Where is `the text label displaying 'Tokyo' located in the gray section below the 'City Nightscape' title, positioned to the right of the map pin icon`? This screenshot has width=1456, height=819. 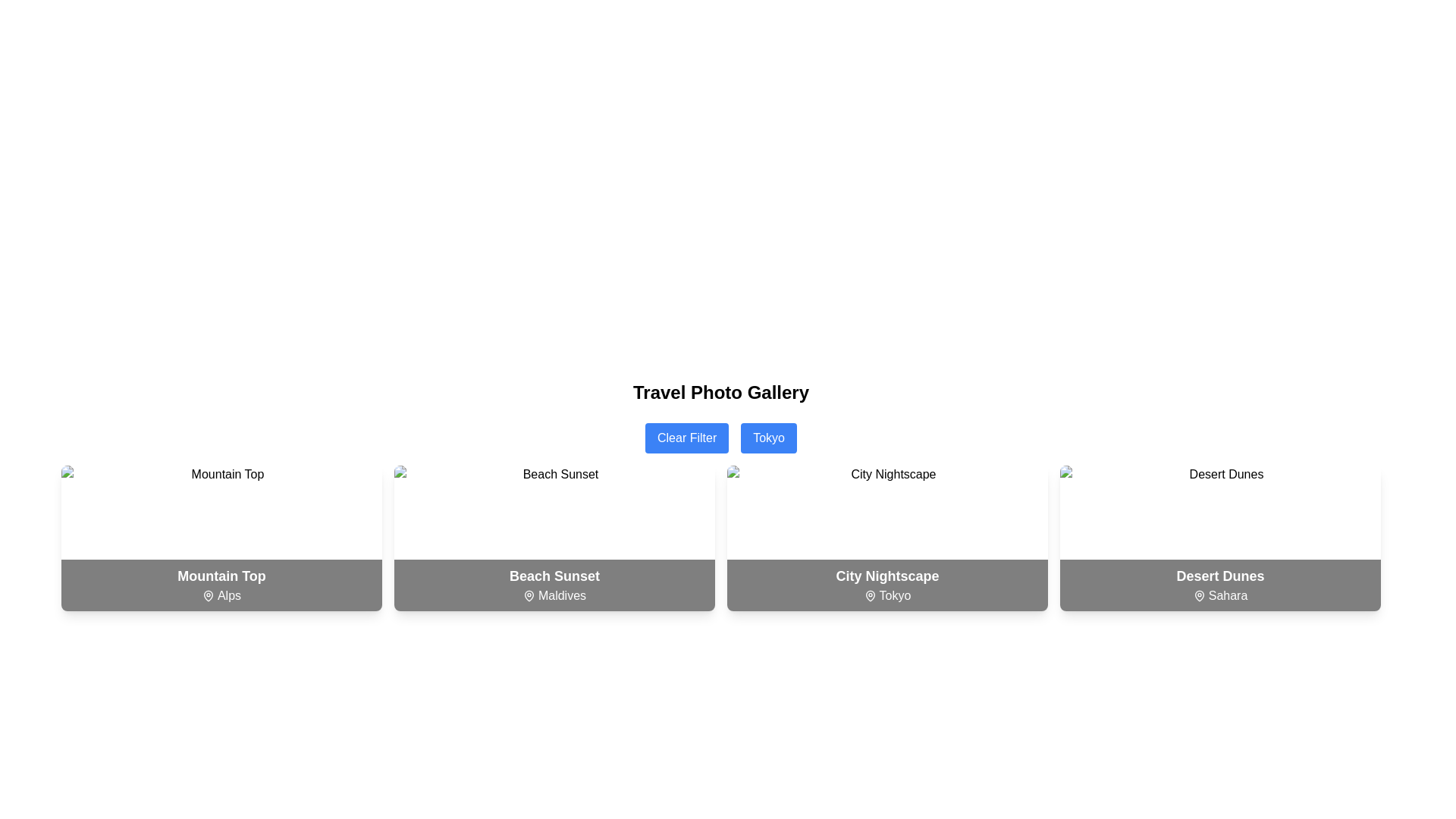
the text label displaying 'Tokyo' located in the gray section below the 'City Nightscape' title, positioned to the right of the map pin icon is located at coordinates (887, 595).